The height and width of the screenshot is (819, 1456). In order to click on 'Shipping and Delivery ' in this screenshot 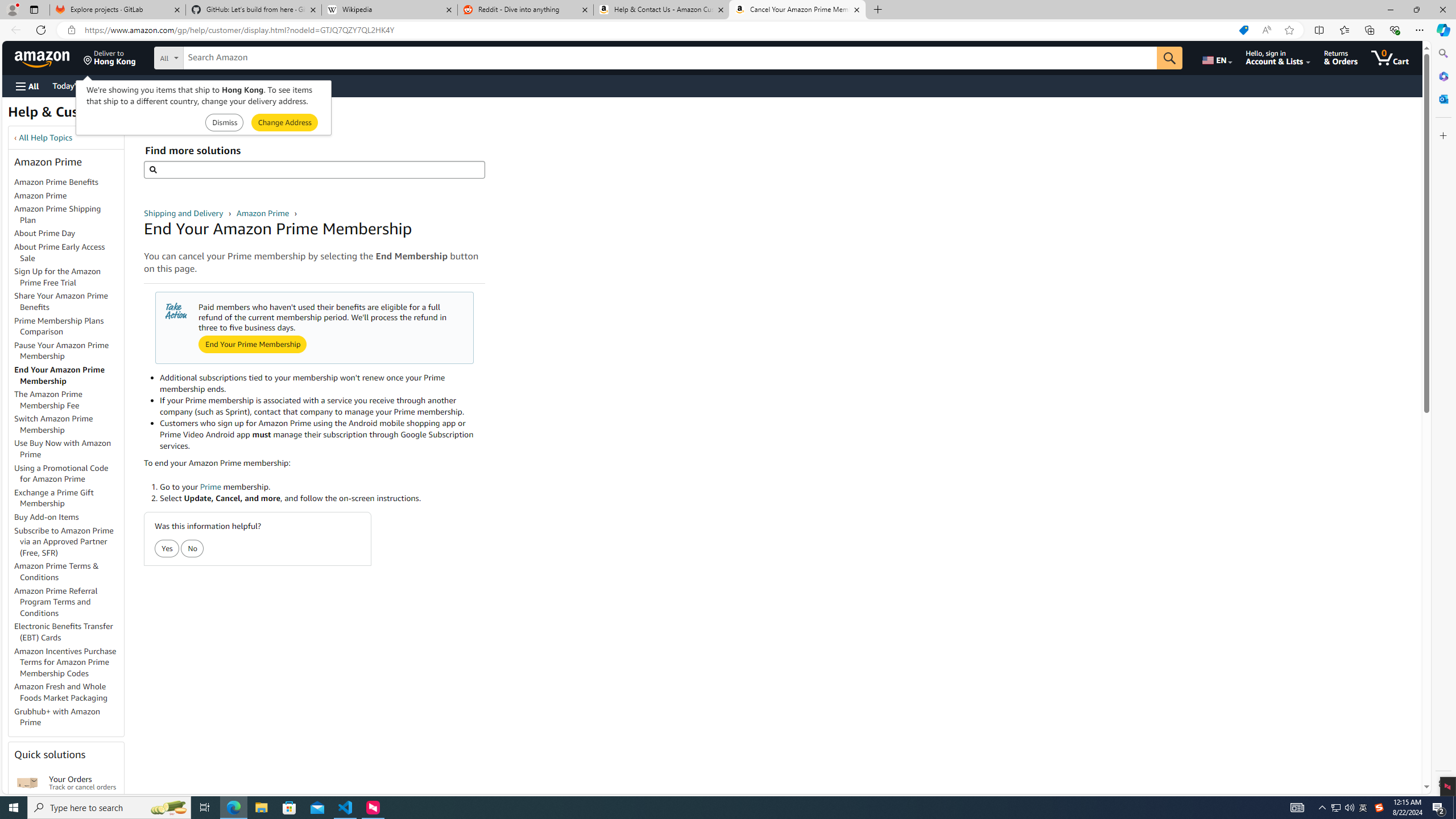, I will do `click(185, 213)`.